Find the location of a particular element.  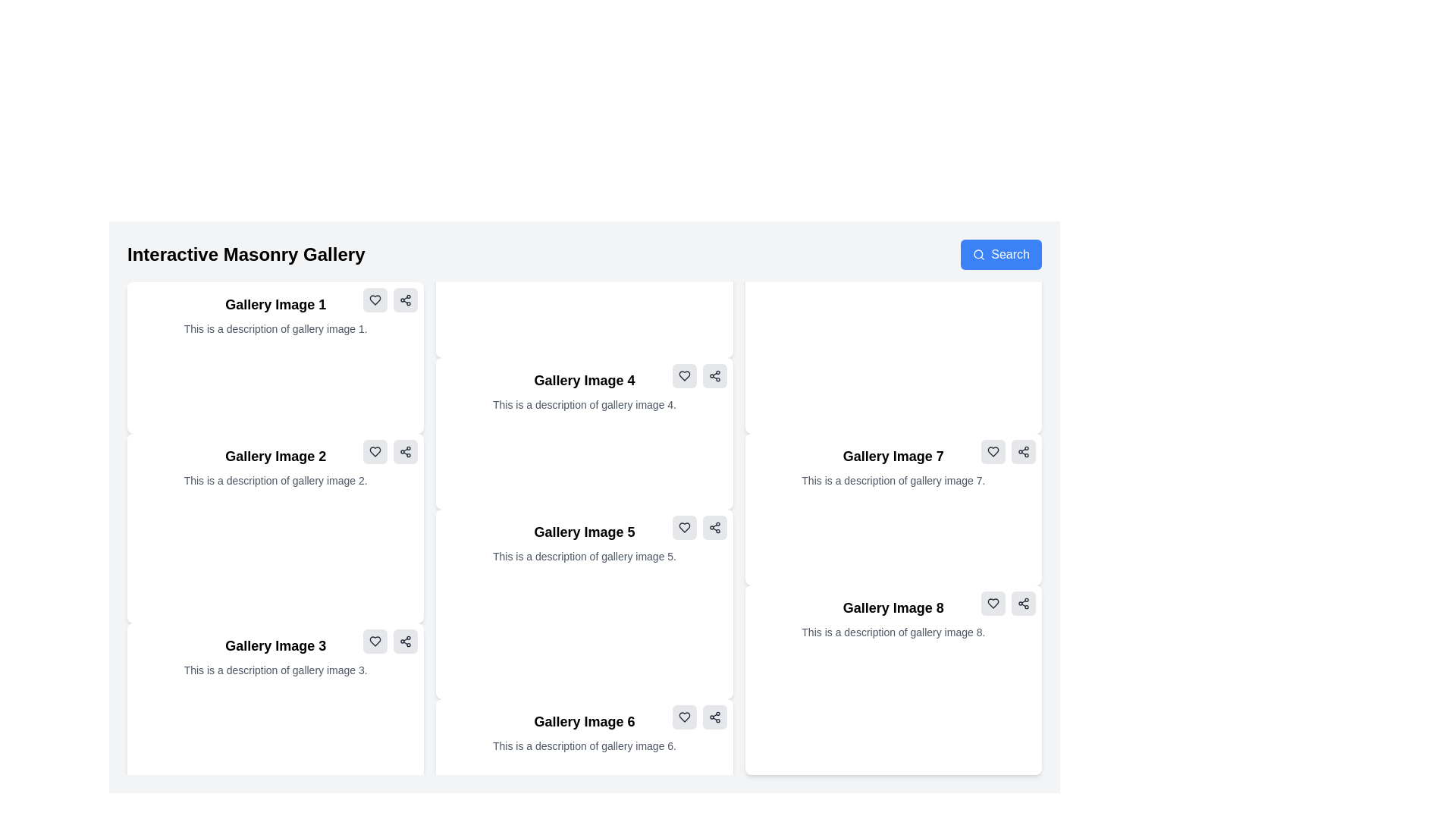

the share icon in the button group located at the top-right of the 'Gallery Image 2' box, which is styled with a light gray background and has rounded edges is located at coordinates (391, 451).